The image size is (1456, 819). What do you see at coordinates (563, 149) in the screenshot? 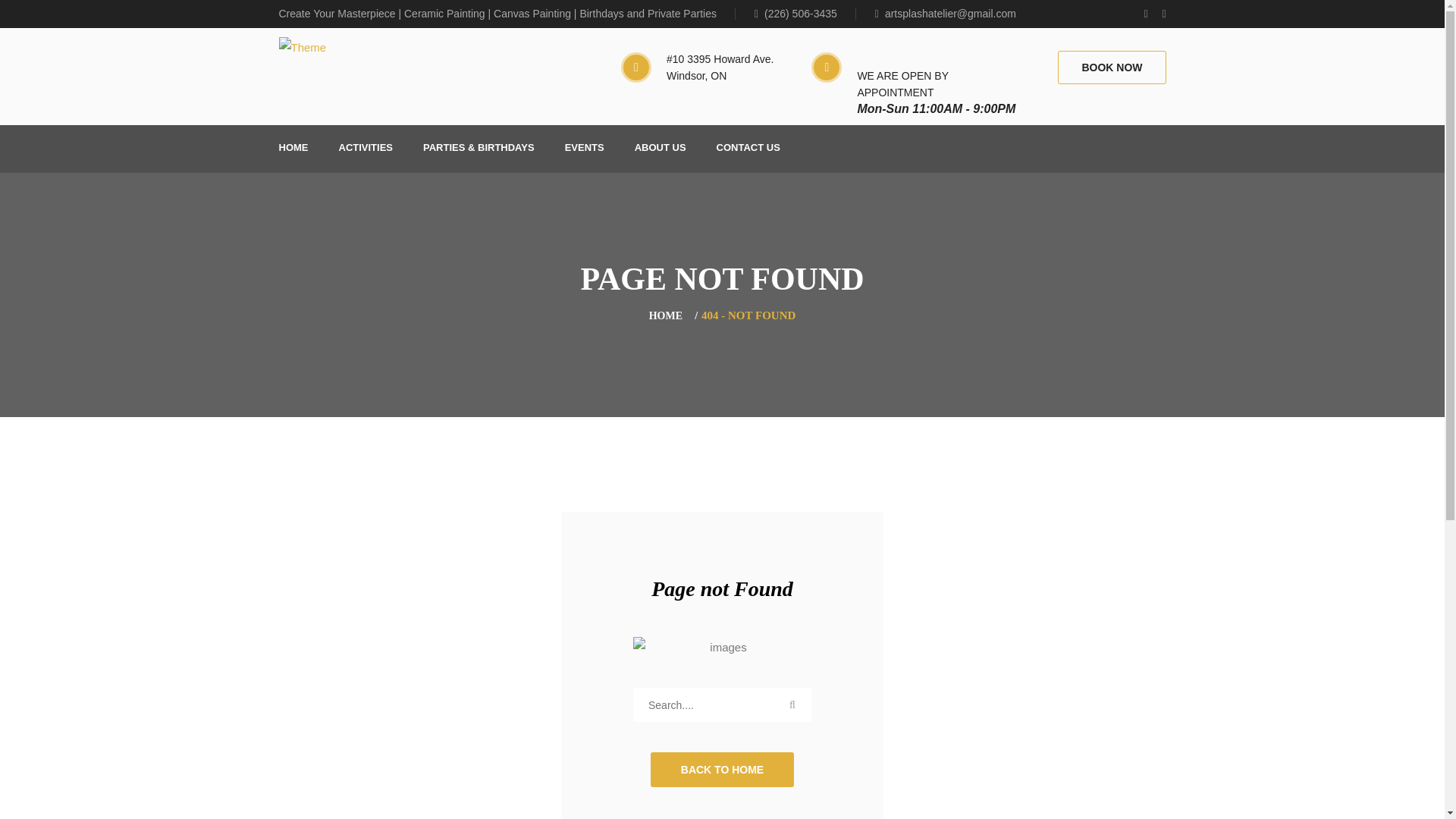
I see `'EVENTS'` at bounding box center [563, 149].